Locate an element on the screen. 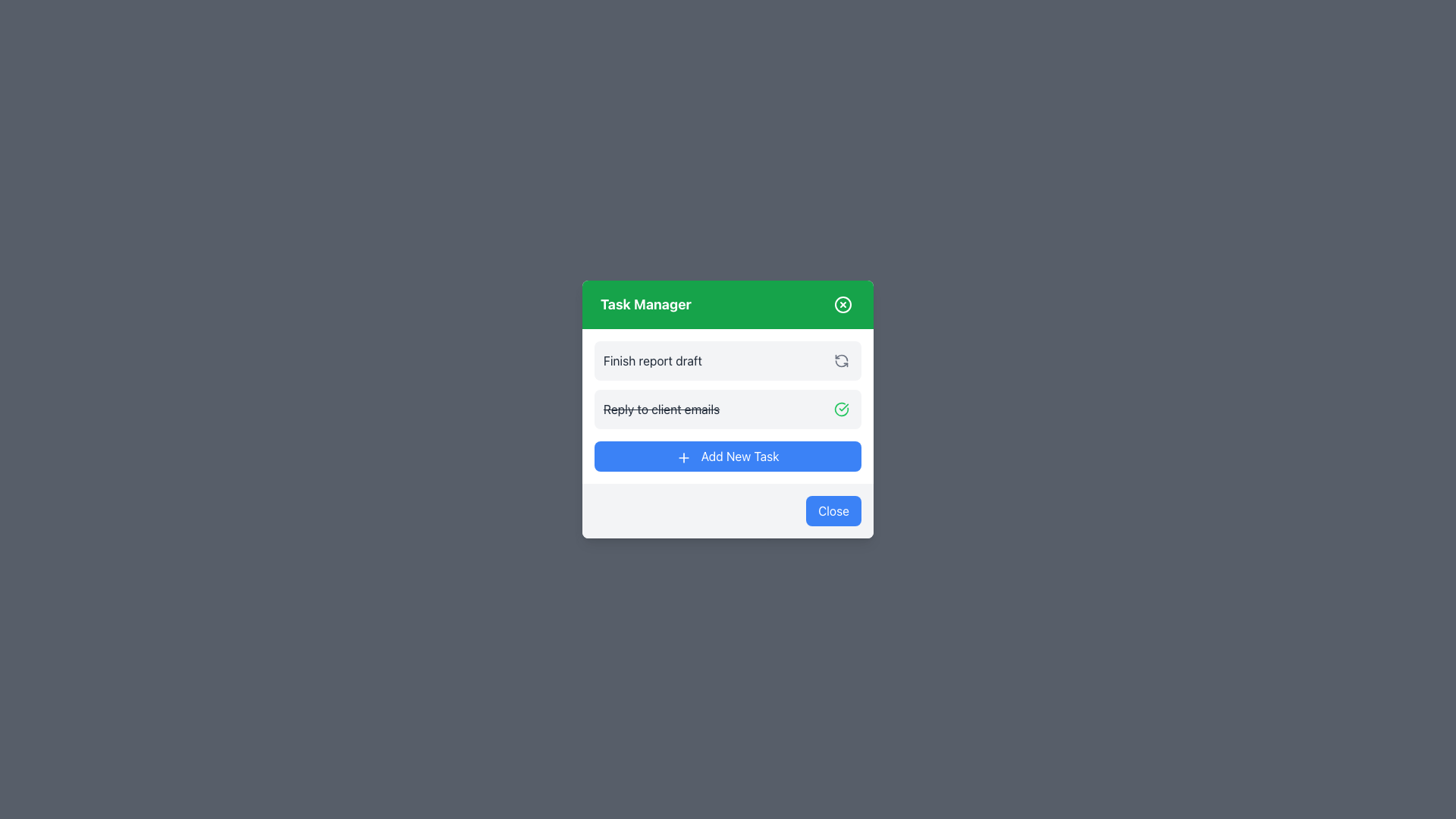 This screenshot has width=1456, height=819. the SVG icon resembling a plus symbol located at the left side of the 'Add New Task' button is located at coordinates (683, 457).